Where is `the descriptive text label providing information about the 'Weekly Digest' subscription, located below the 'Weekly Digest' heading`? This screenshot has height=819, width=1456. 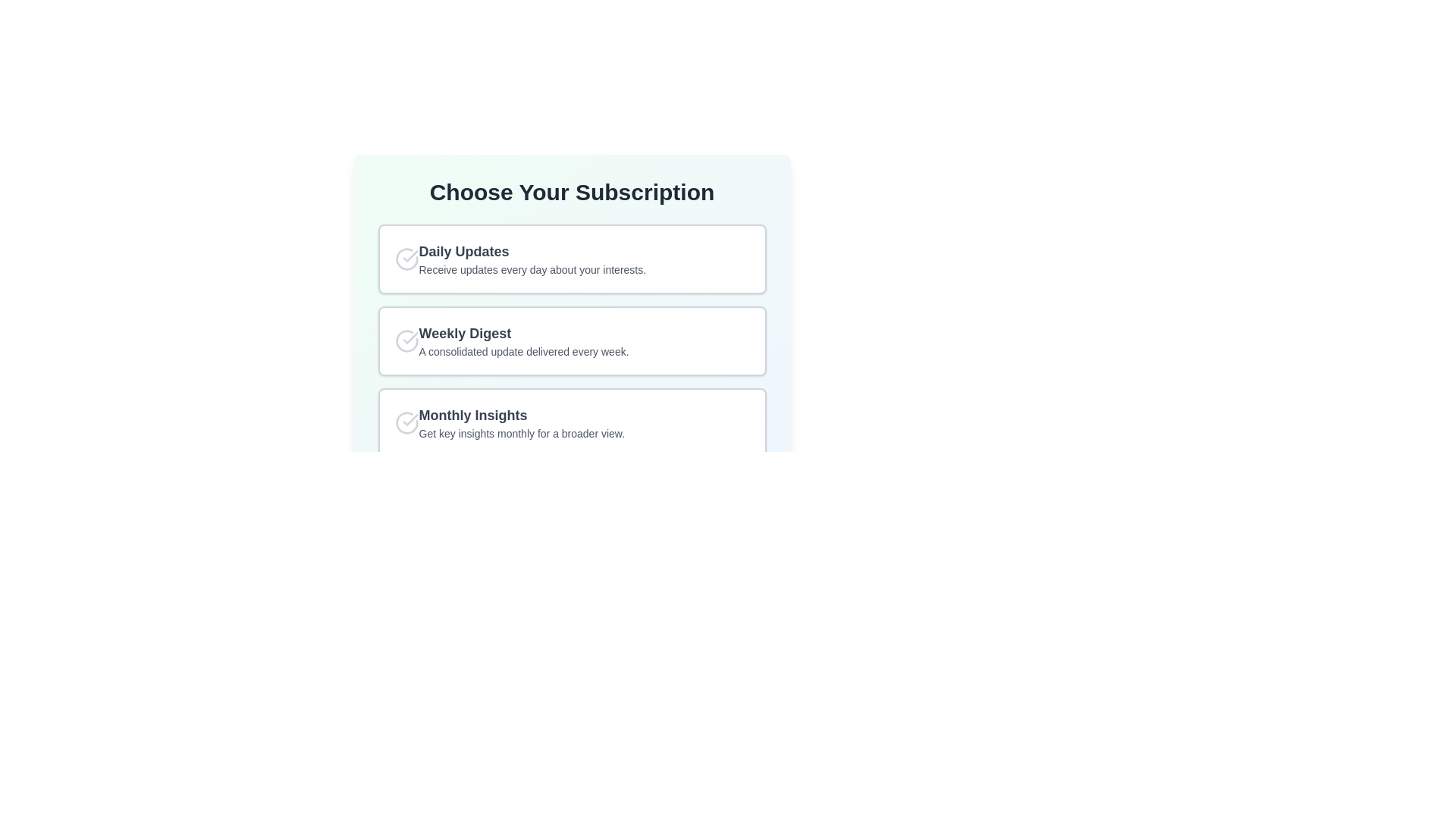
the descriptive text label providing information about the 'Weekly Digest' subscription, located below the 'Weekly Digest' heading is located at coordinates (524, 351).